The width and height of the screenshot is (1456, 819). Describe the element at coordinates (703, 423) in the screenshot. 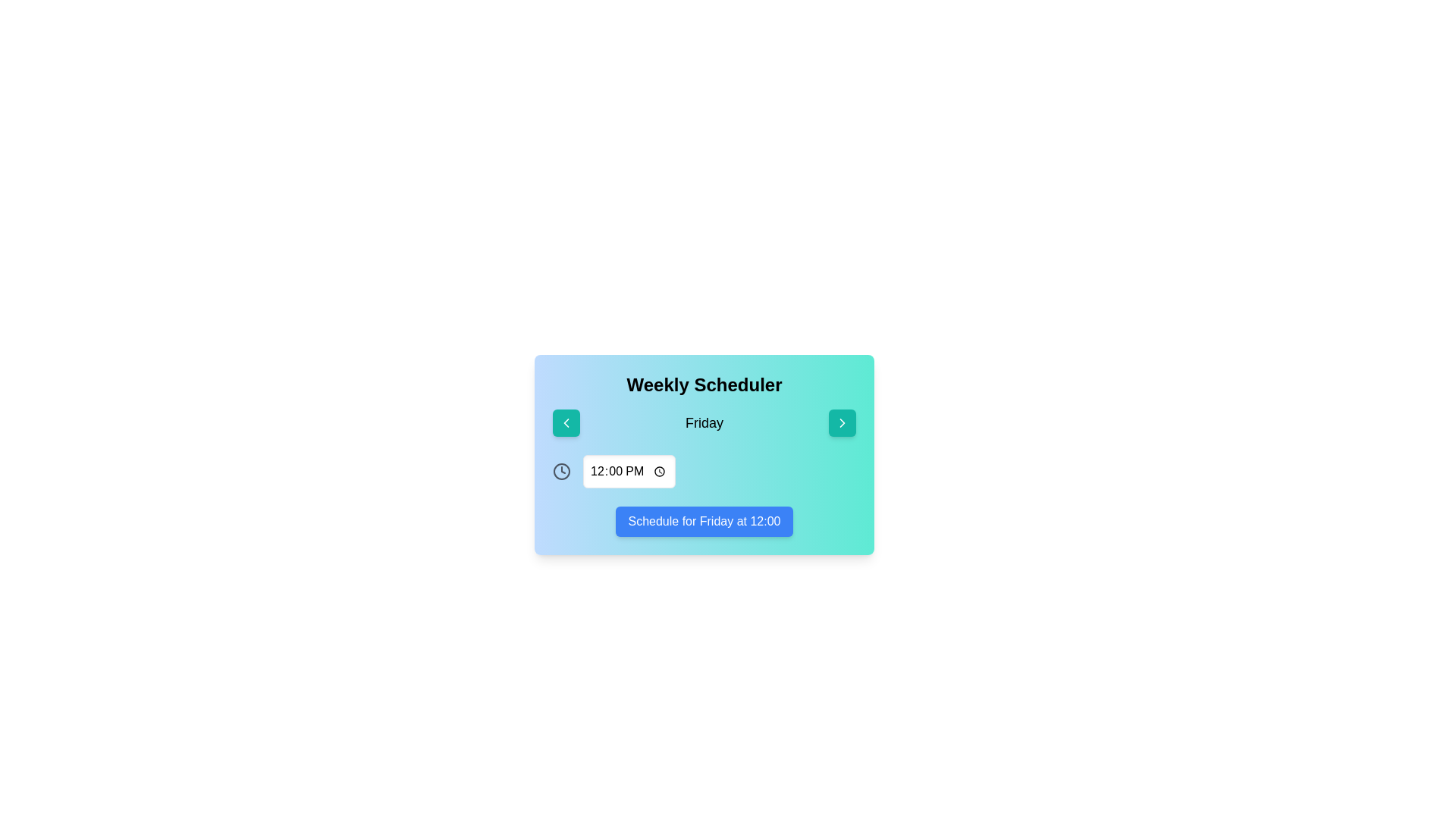

I see `the Text label that displays the currently selected day in the scheduler tool, positioned centrally between two arrow buttons` at that location.